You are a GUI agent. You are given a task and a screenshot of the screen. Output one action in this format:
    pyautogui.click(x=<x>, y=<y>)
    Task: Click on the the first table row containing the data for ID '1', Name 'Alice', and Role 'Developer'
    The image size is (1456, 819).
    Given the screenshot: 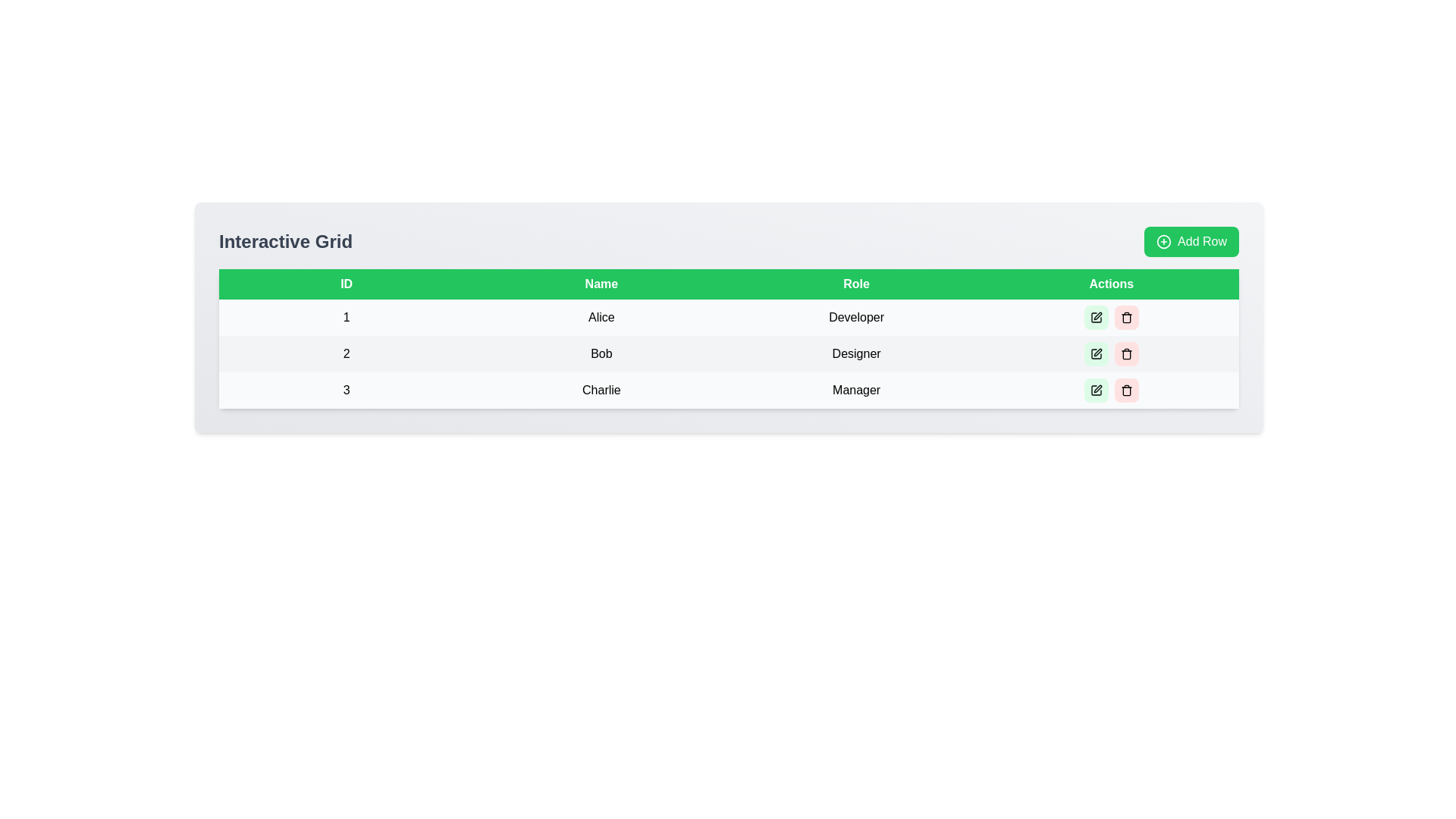 What is the action you would take?
    pyautogui.click(x=729, y=317)
    